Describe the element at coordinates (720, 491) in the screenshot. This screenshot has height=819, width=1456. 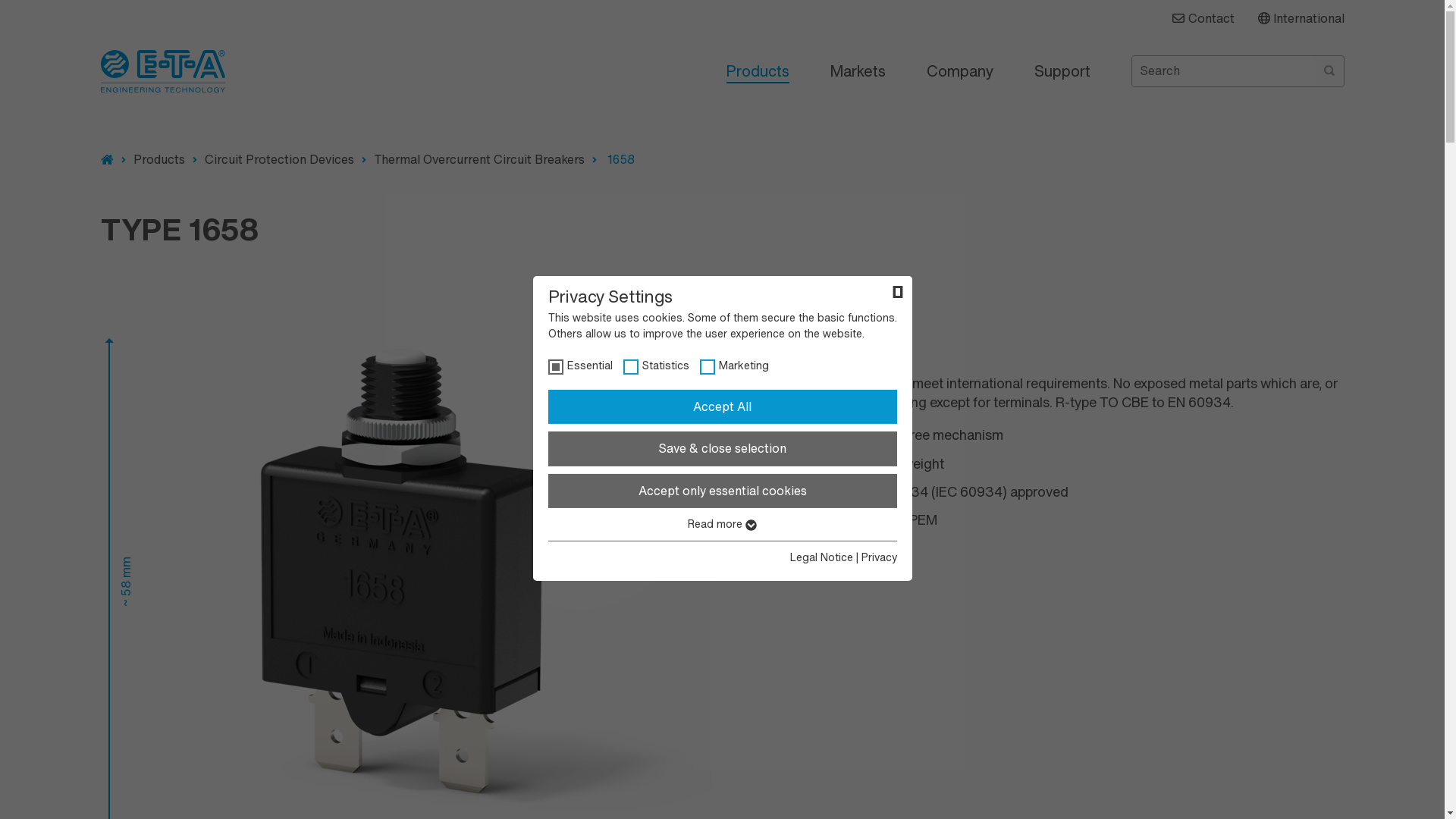
I see `'Accept only essential cookies'` at that location.